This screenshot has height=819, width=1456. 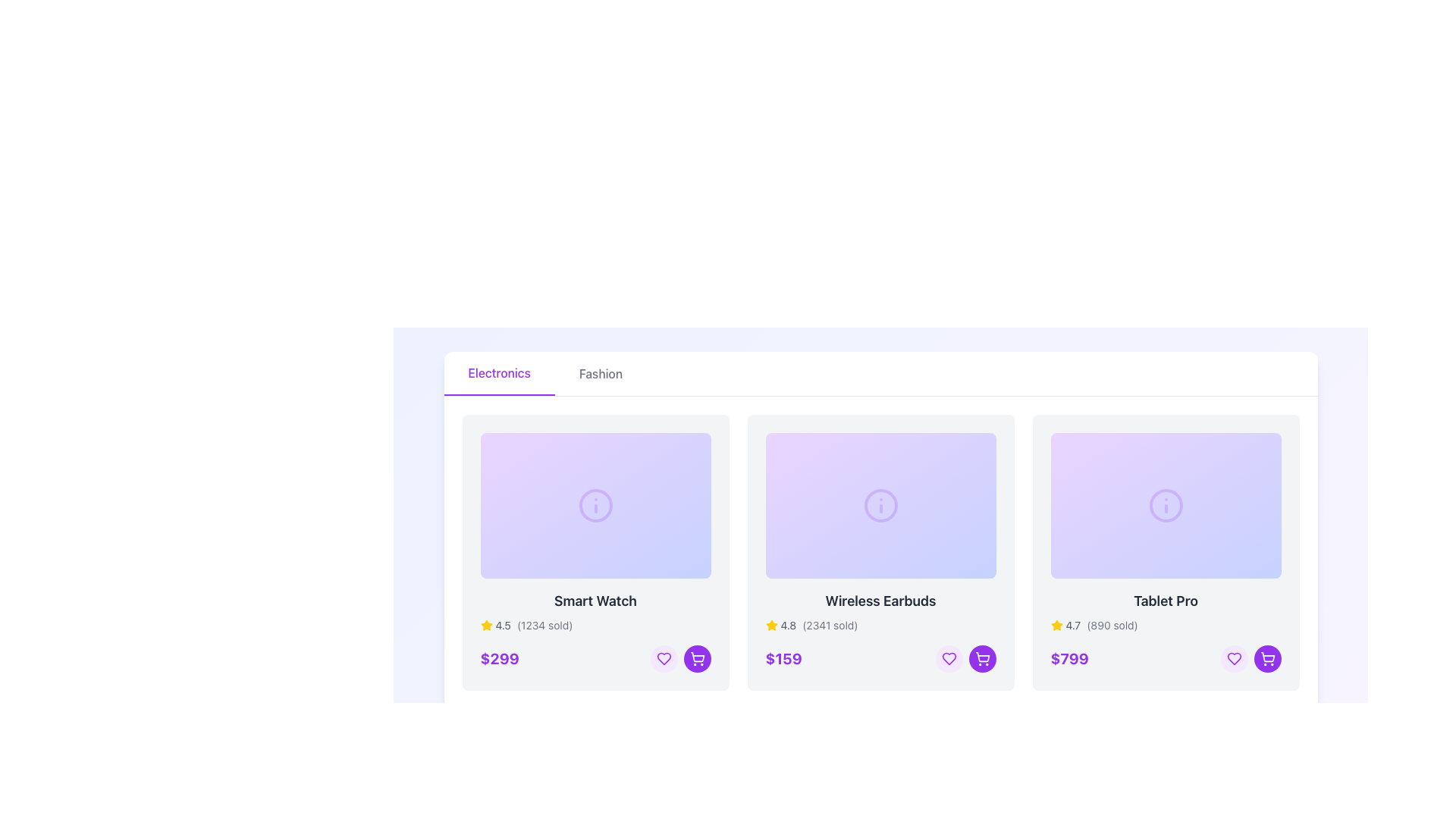 I want to click on the text element displaying '$799' in bold purple font, located in the bottom section of the rightmost product card, so click(x=1068, y=657).